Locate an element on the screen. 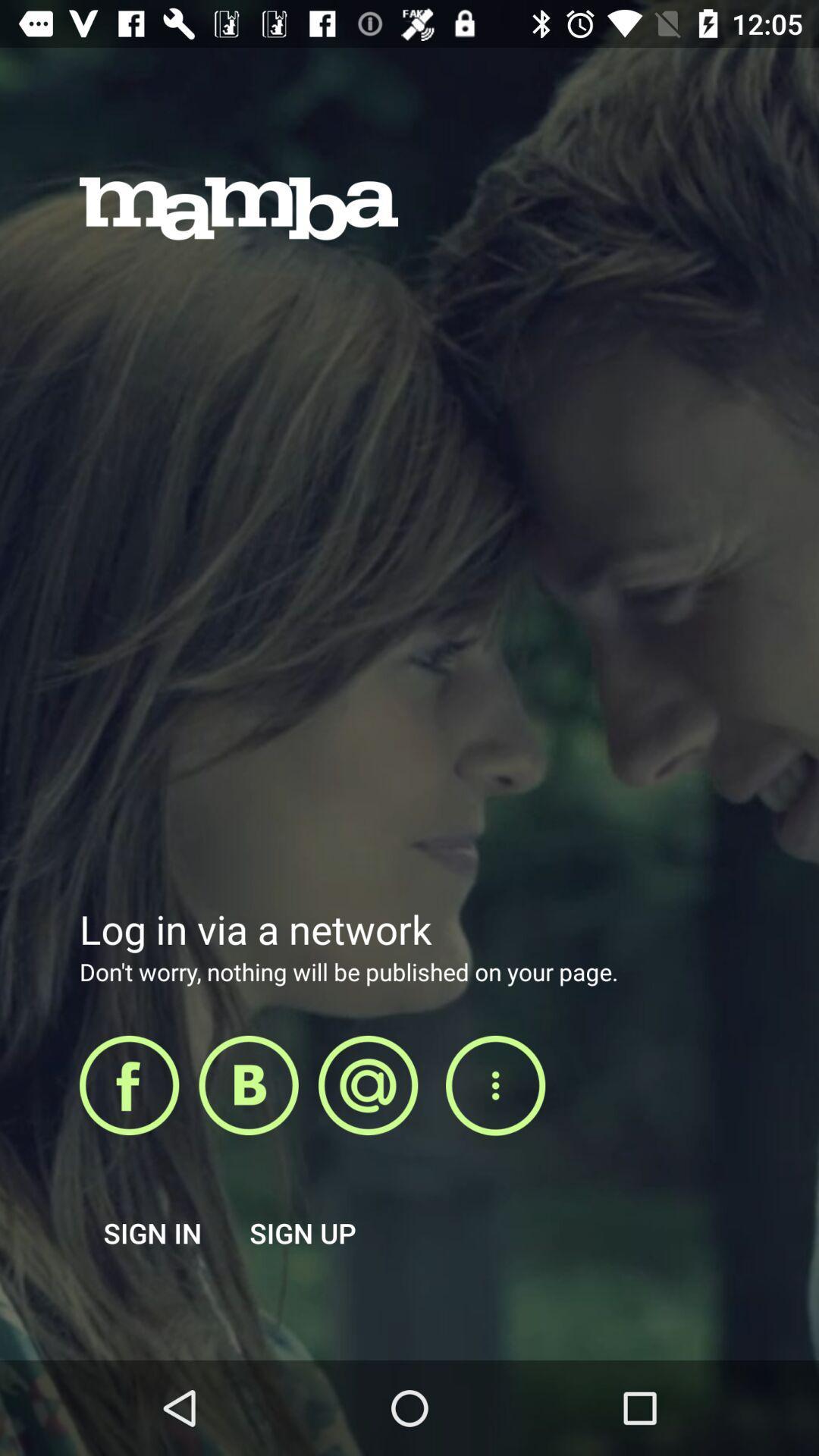  at option is located at coordinates (368, 1084).